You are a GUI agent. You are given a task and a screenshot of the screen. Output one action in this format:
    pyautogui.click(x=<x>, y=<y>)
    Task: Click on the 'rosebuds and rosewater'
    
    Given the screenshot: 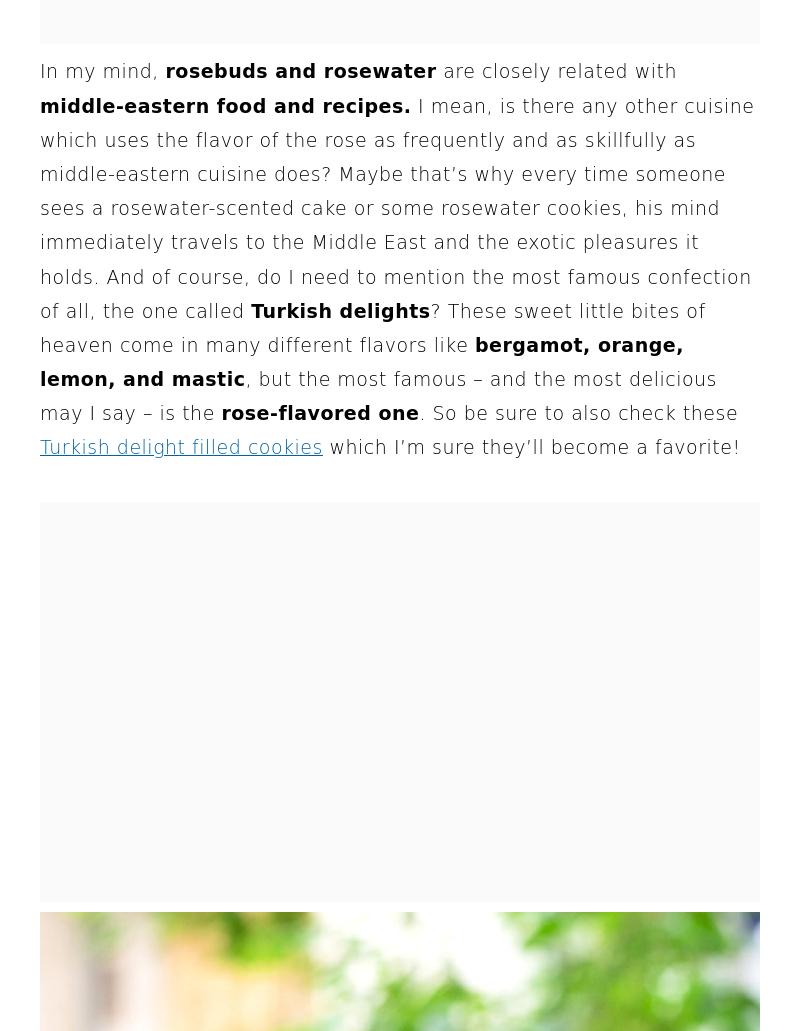 What is the action you would take?
    pyautogui.click(x=300, y=71)
    